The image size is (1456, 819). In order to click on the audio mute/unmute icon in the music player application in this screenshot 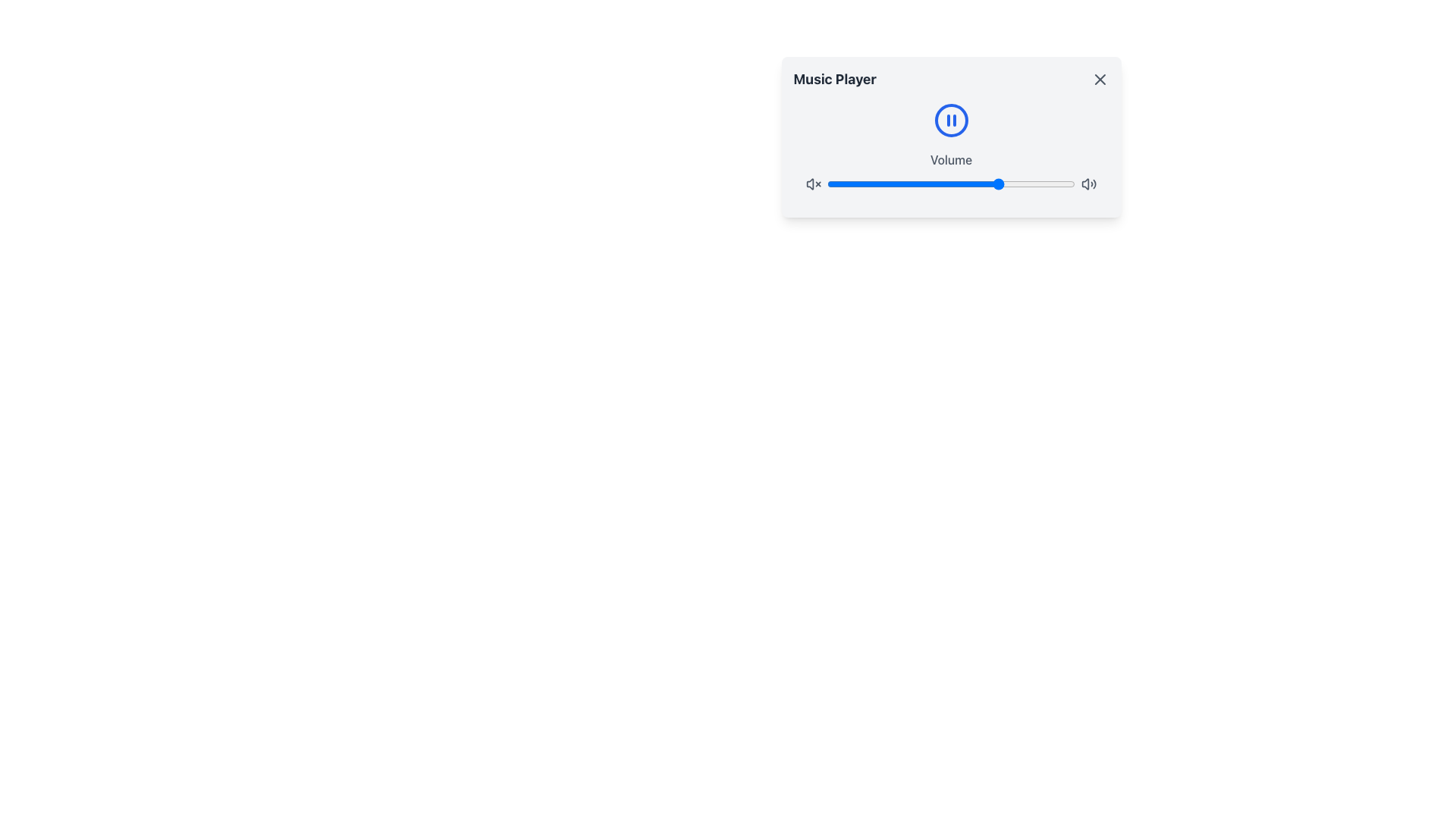, I will do `click(1084, 184)`.